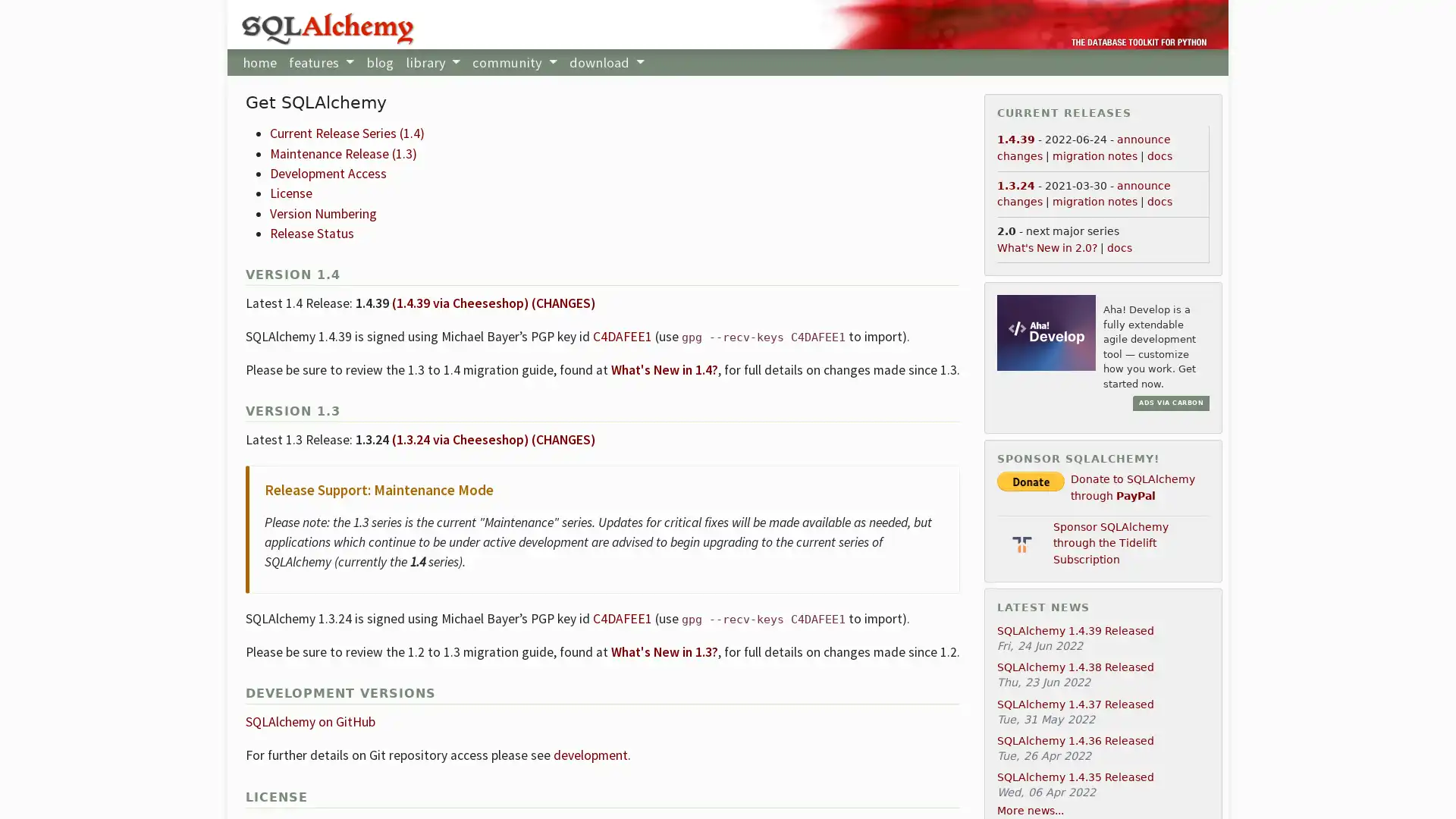  I want to click on download, so click(607, 61).